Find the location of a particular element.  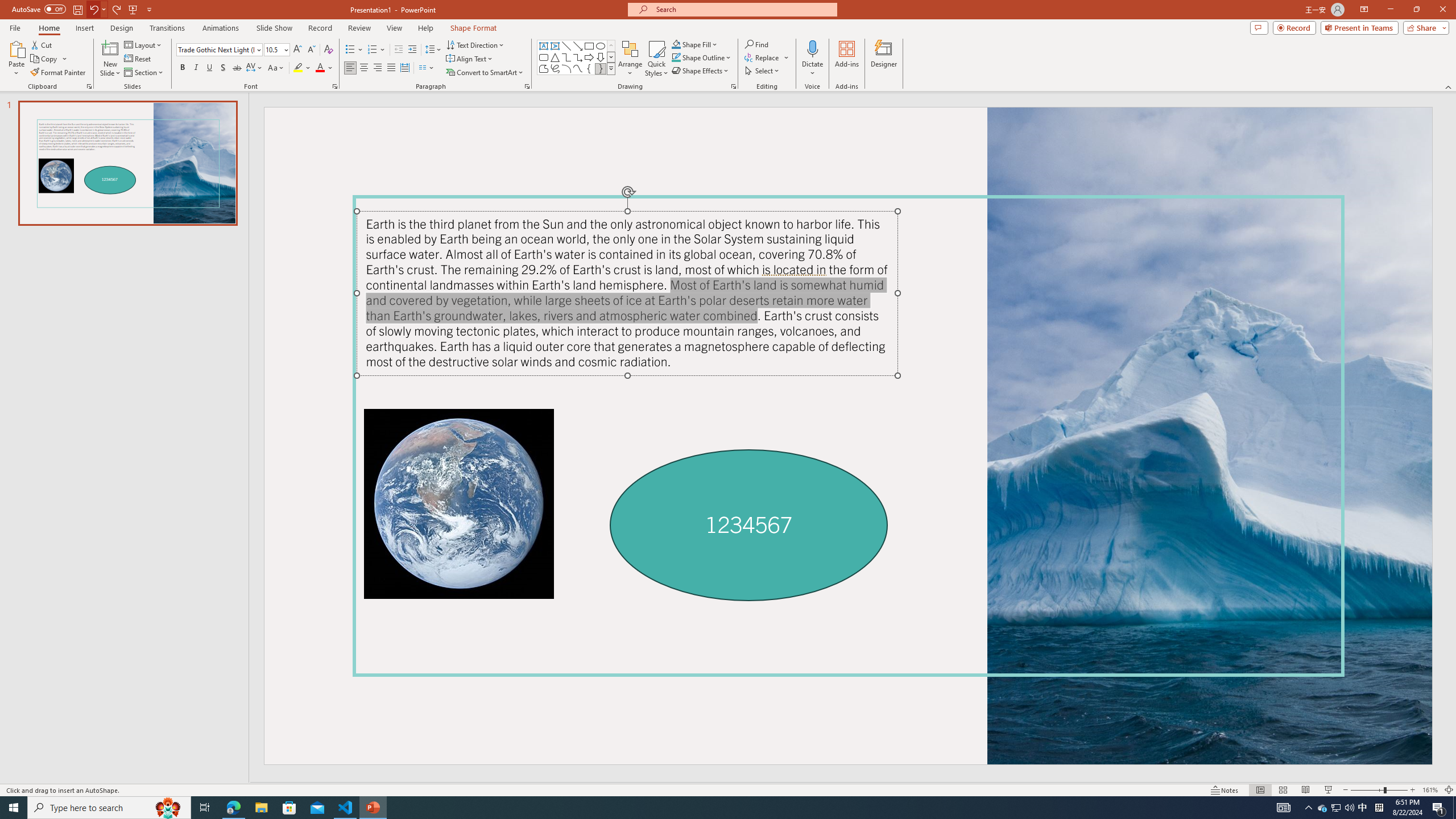

'Bold' is located at coordinates (183, 67).